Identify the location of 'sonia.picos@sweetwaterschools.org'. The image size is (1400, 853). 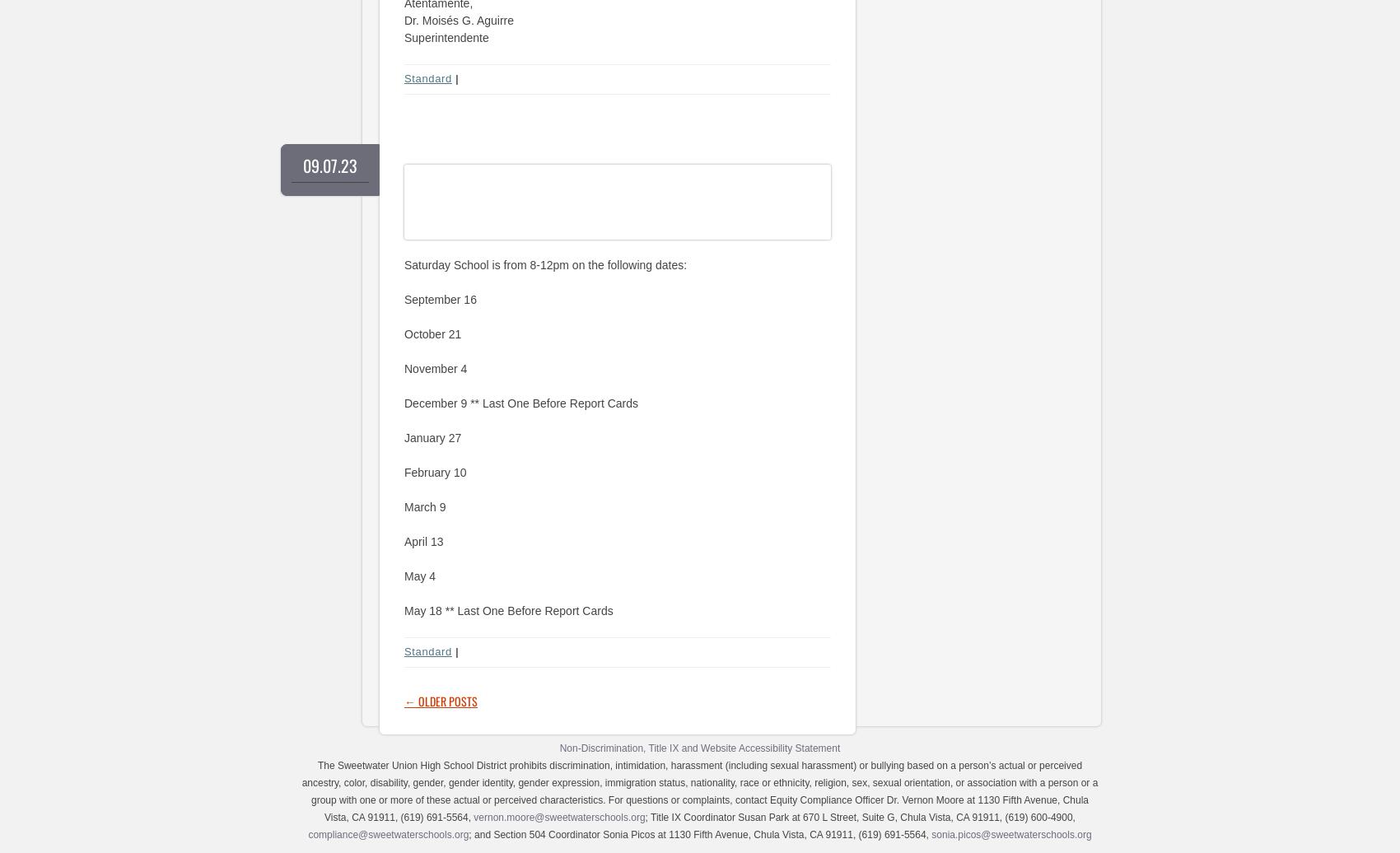
(1010, 835).